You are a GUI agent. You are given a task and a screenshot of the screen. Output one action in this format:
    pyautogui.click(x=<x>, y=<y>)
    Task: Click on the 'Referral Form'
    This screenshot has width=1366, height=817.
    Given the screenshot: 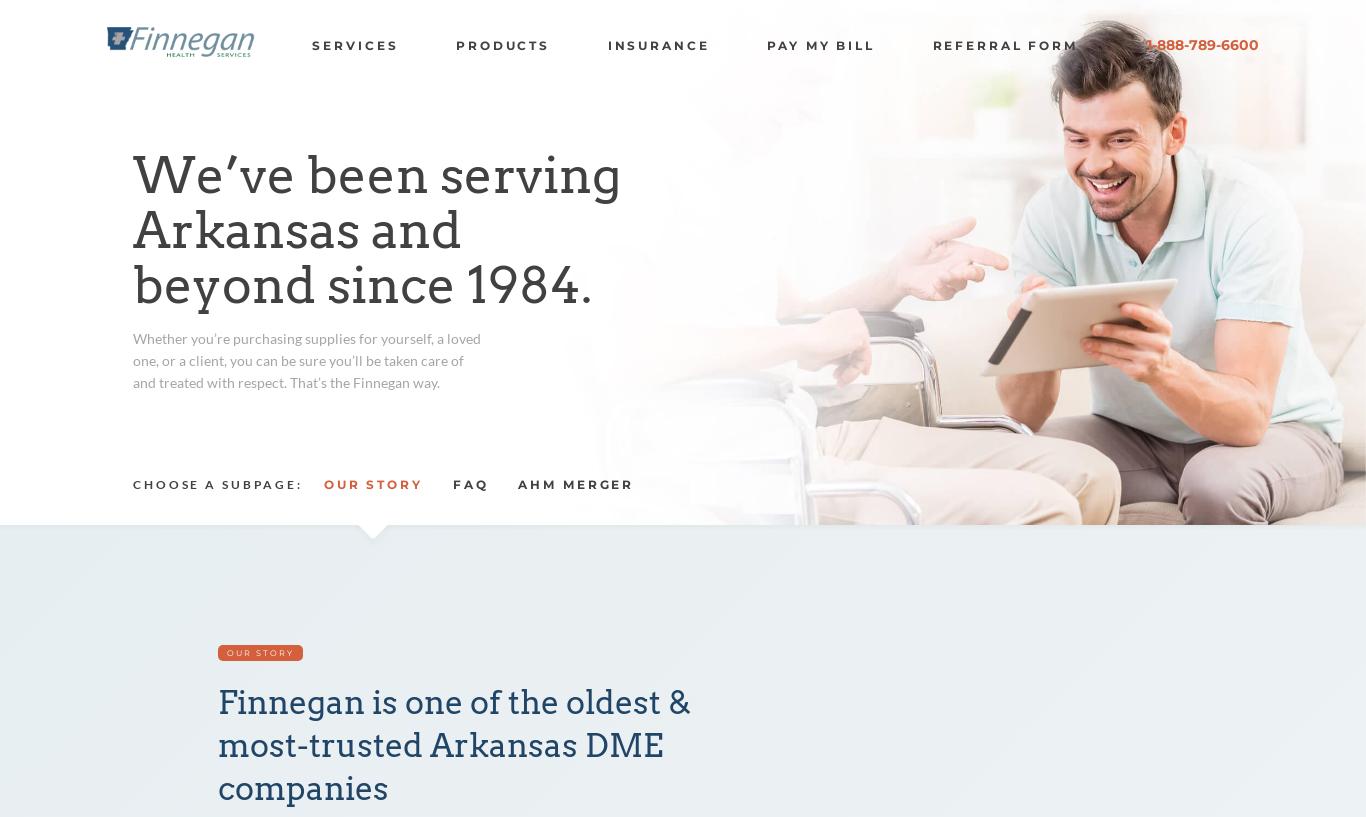 What is the action you would take?
    pyautogui.click(x=1004, y=43)
    